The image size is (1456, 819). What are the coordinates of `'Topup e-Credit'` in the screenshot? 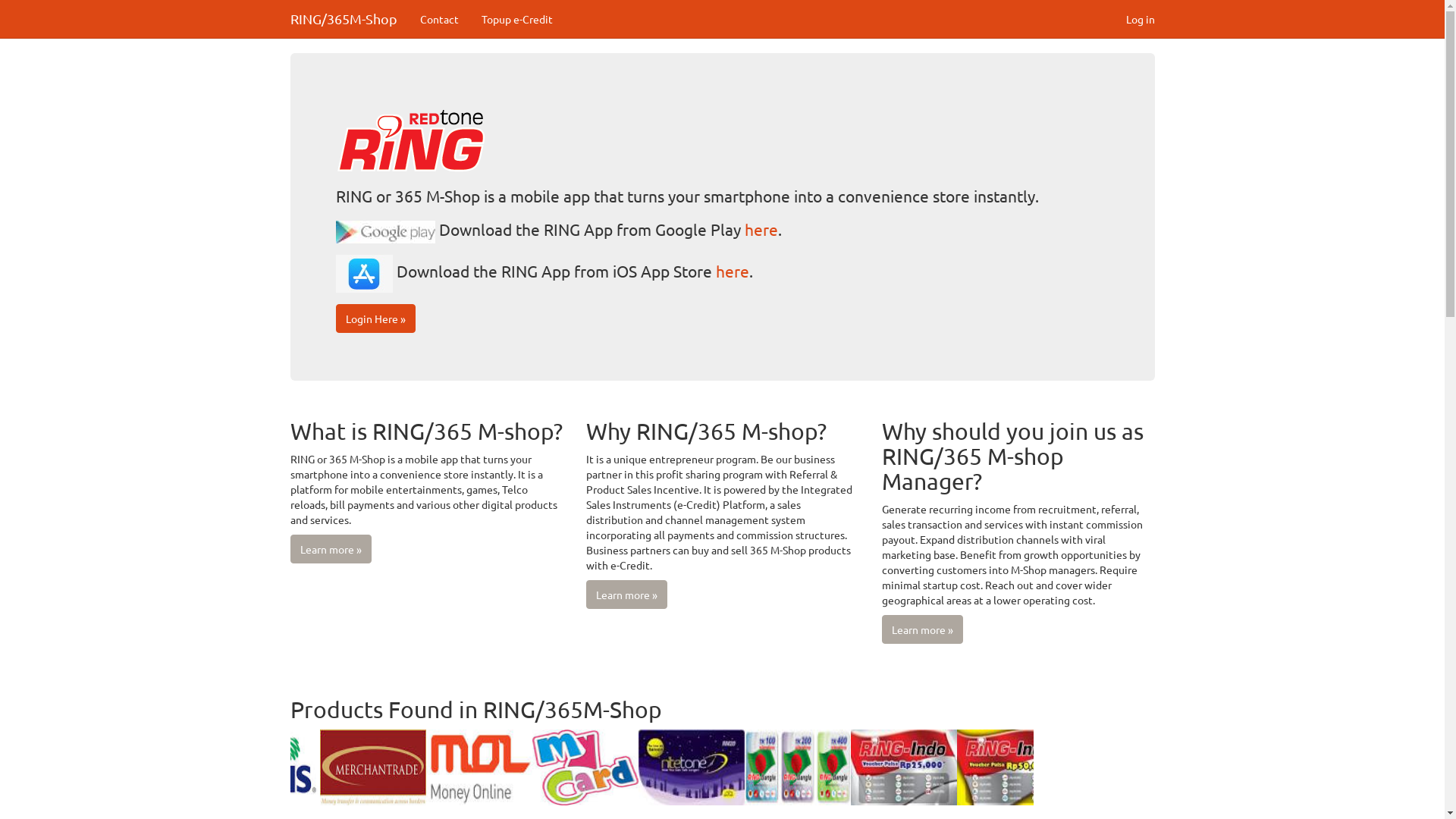 It's located at (516, 18).